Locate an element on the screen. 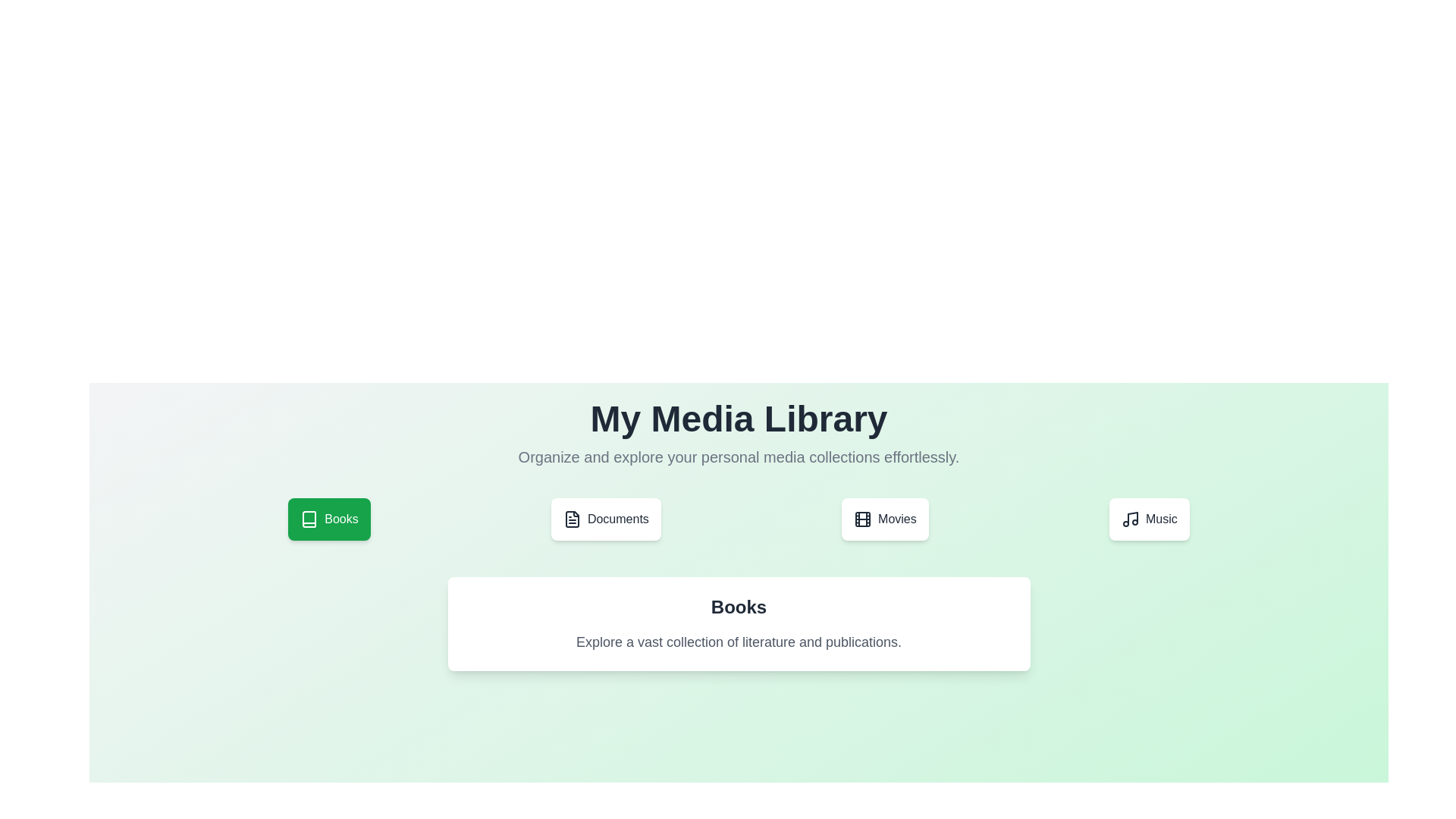 This screenshot has width=1456, height=819. the tab labeled Movies to switch its active state is located at coordinates (885, 519).